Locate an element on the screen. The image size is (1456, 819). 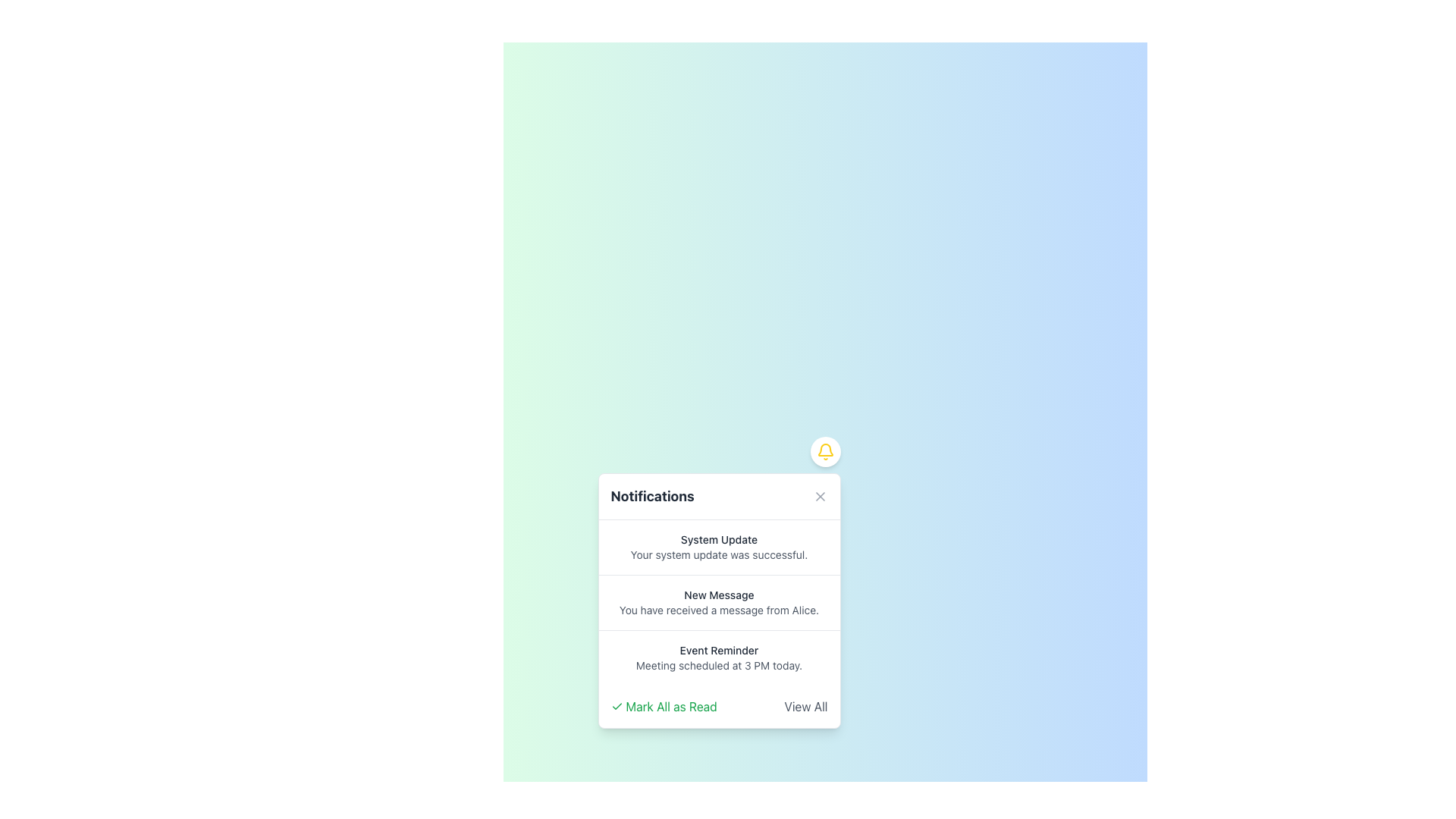
the static text element that informs the user of a new message received from Alice, which is located just below the title 'New Message' in the notification panel is located at coordinates (718, 610).